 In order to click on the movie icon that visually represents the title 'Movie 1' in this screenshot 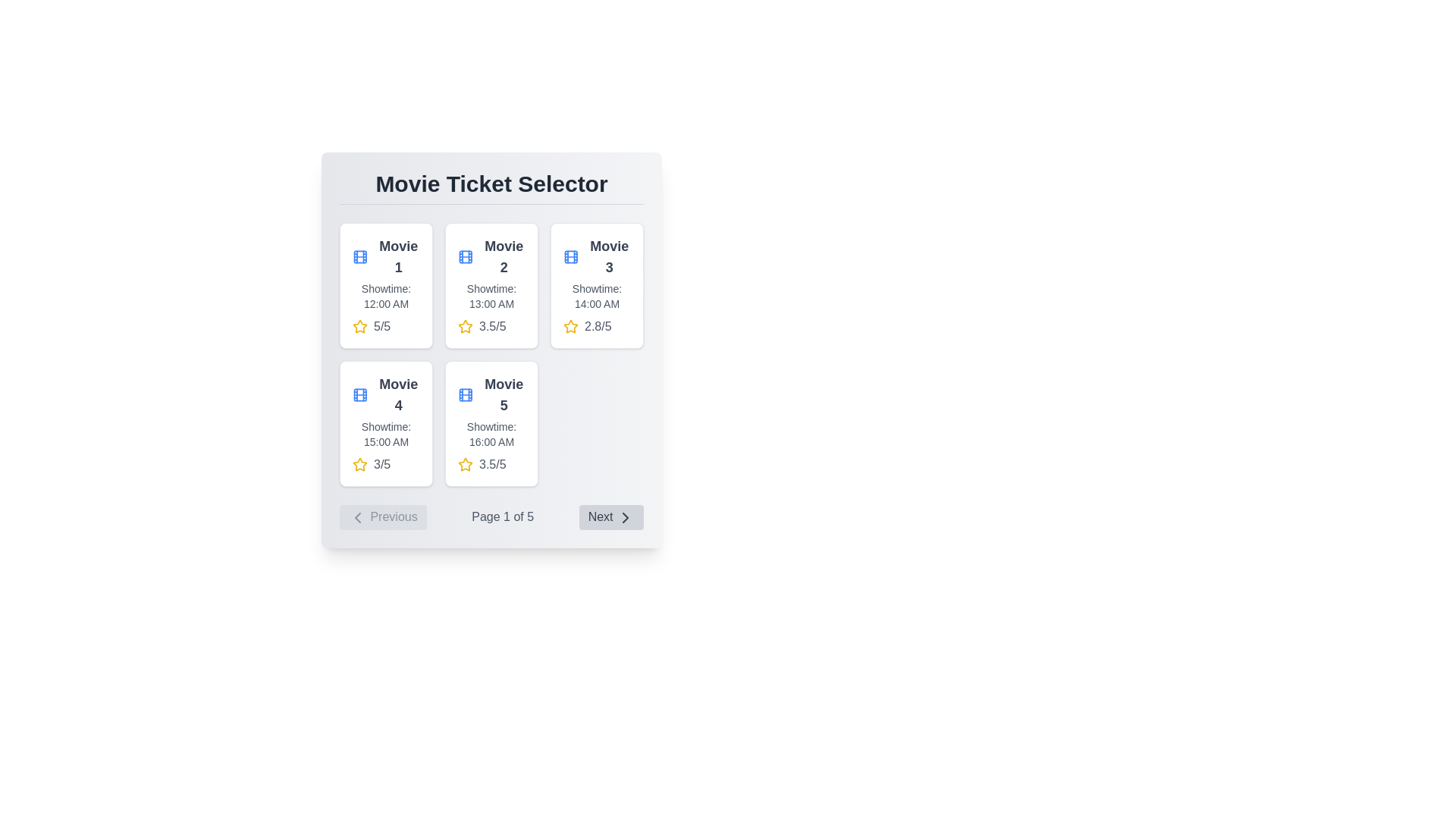, I will do `click(359, 256)`.